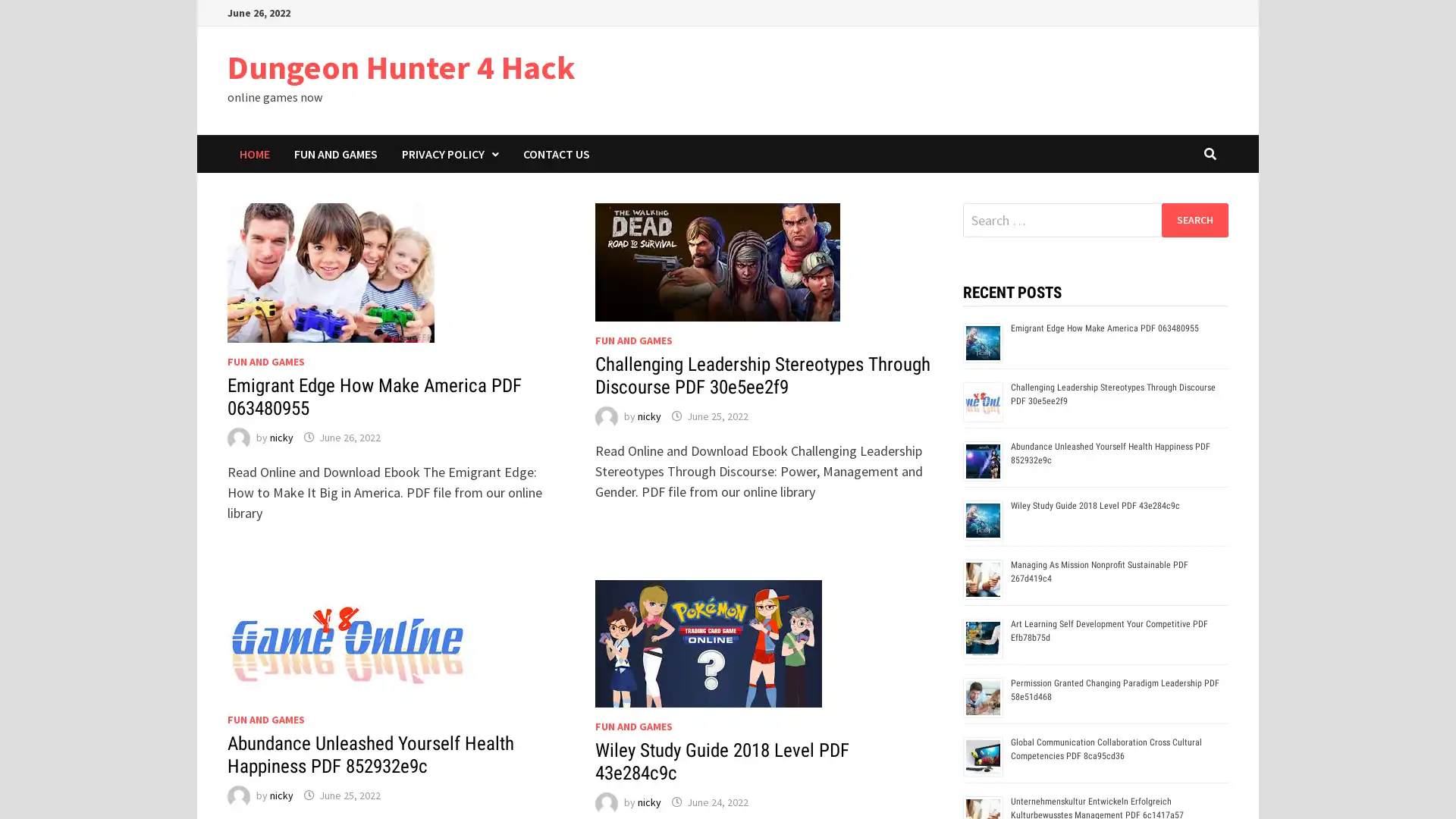 The width and height of the screenshot is (1456, 819). Describe the element at coordinates (1194, 219) in the screenshot. I see `Search` at that location.